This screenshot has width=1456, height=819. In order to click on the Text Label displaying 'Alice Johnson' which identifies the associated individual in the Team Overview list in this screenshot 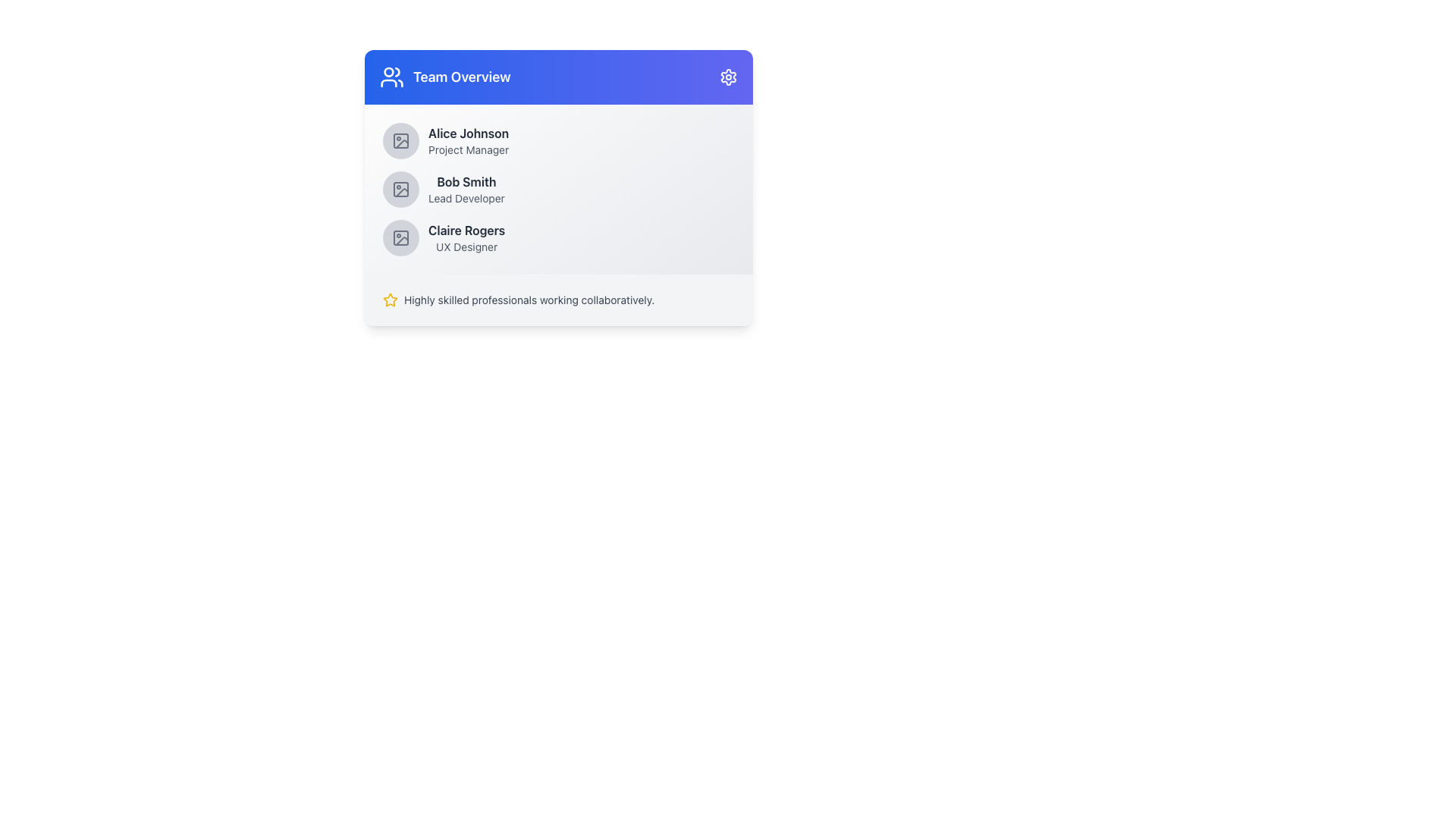, I will do `click(468, 133)`.